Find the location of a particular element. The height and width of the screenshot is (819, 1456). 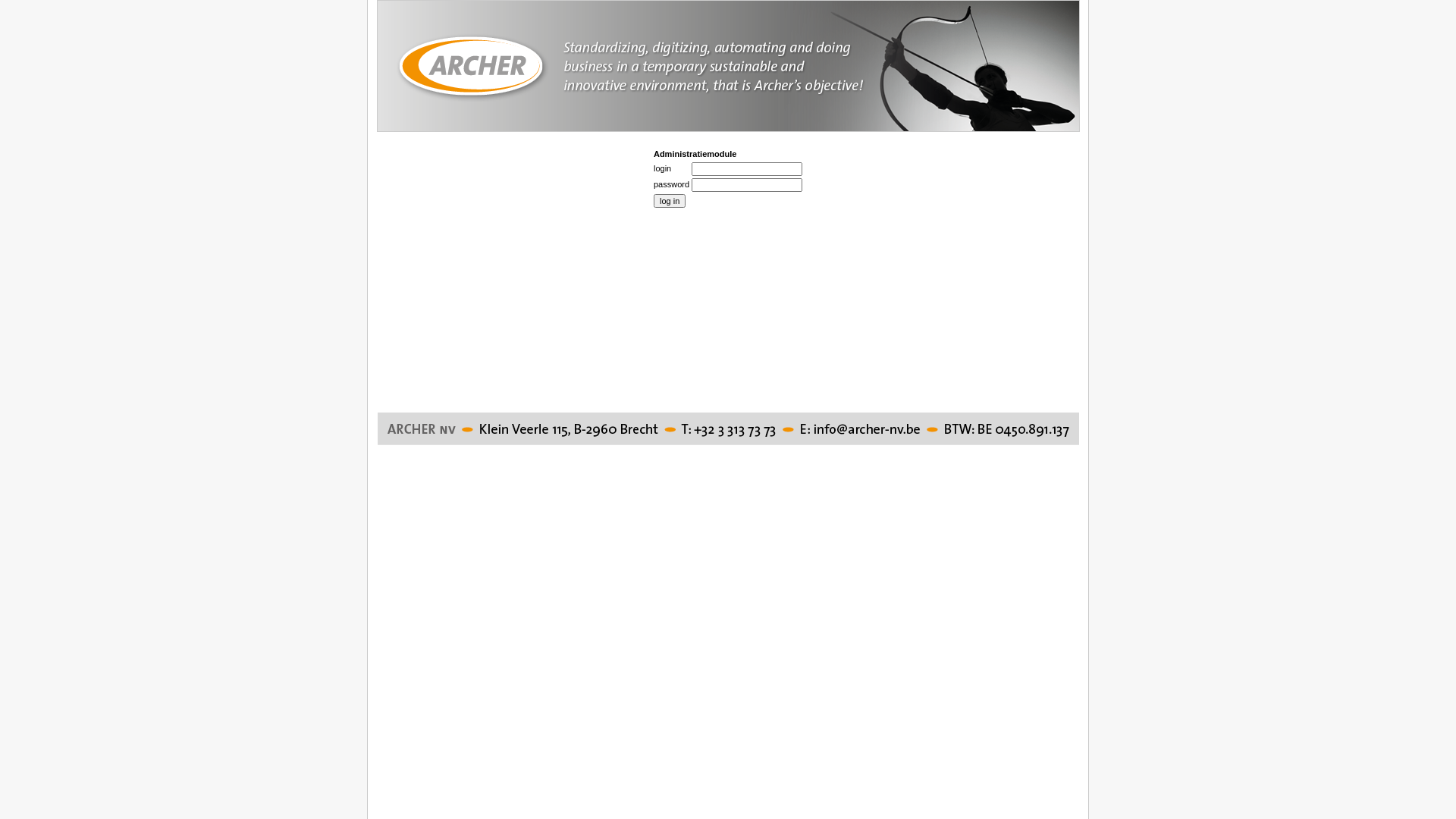

'log in' is located at coordinates (669, 200).